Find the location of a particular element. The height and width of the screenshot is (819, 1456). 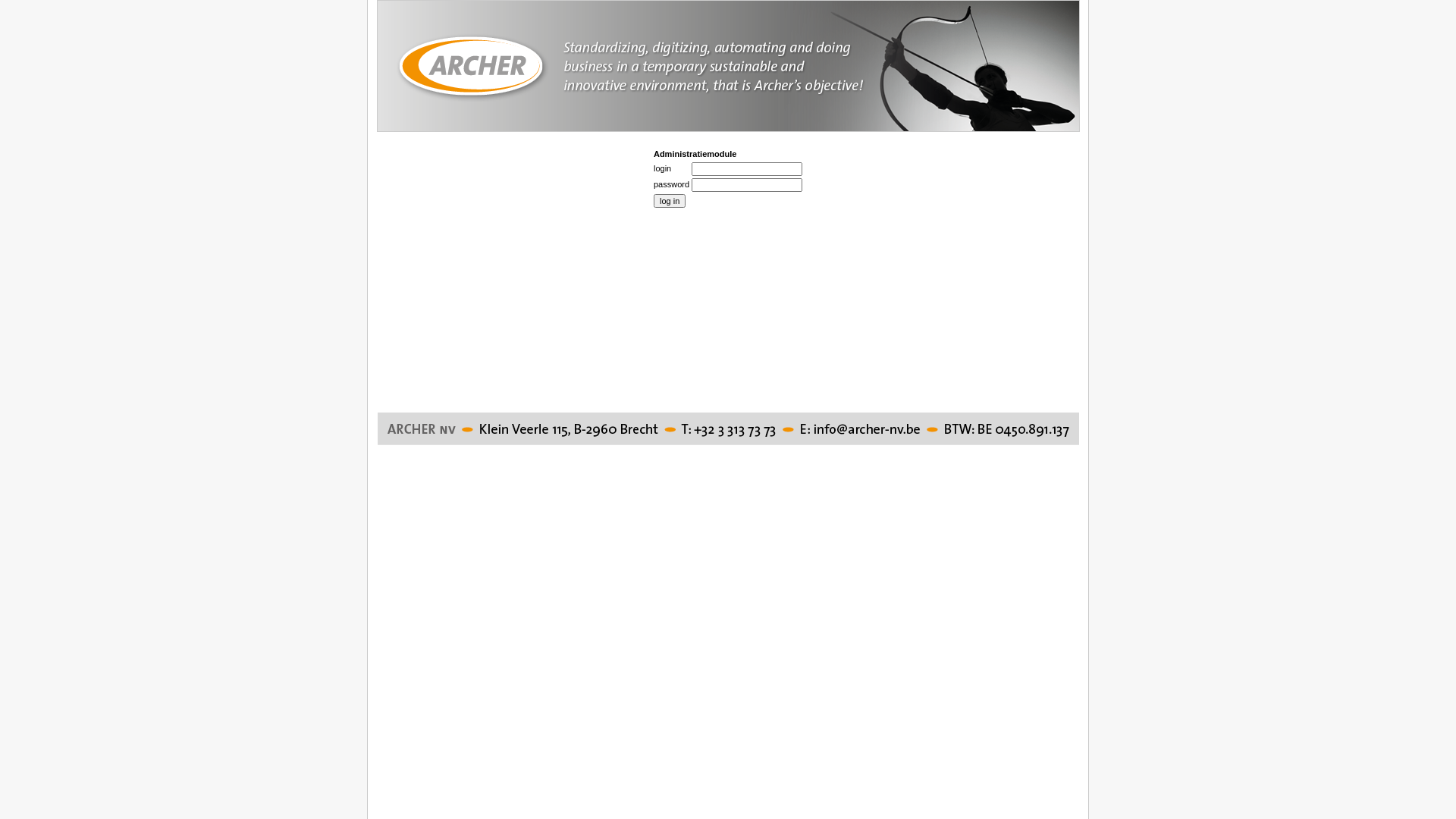

'log in' is located at coordinates (669, 200).